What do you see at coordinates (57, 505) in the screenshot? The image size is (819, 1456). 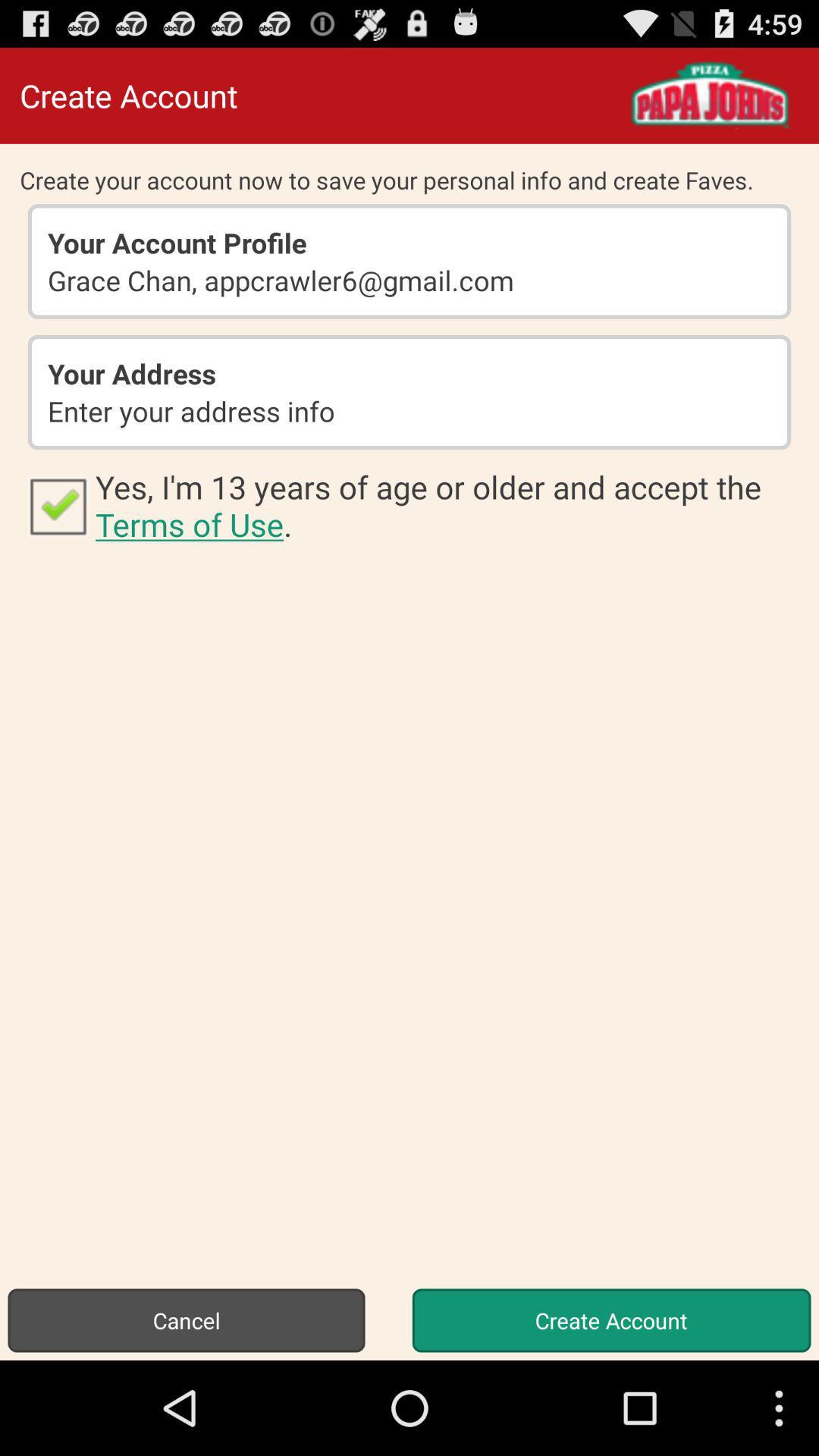 I see `button above the cancel icon` at bounding box center [57, 505].